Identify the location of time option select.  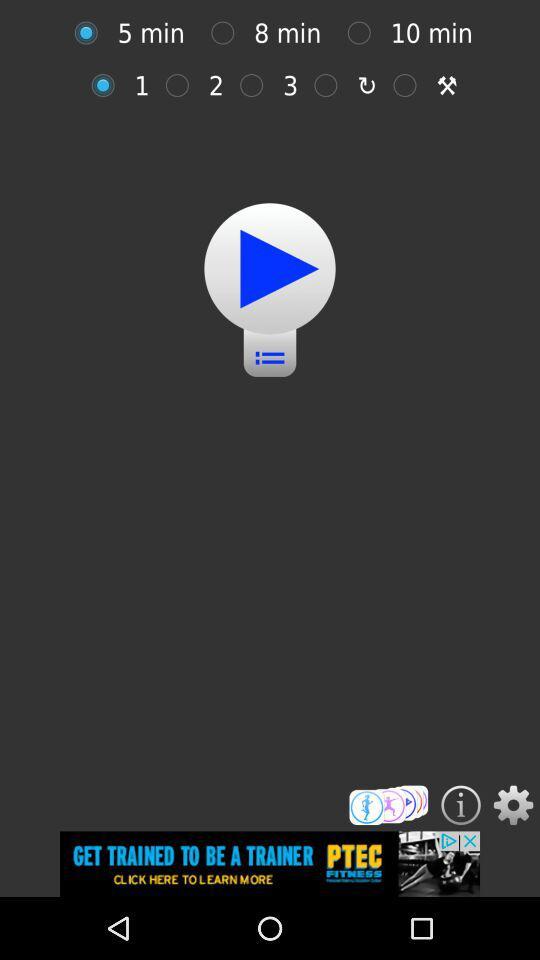
(226, 32).